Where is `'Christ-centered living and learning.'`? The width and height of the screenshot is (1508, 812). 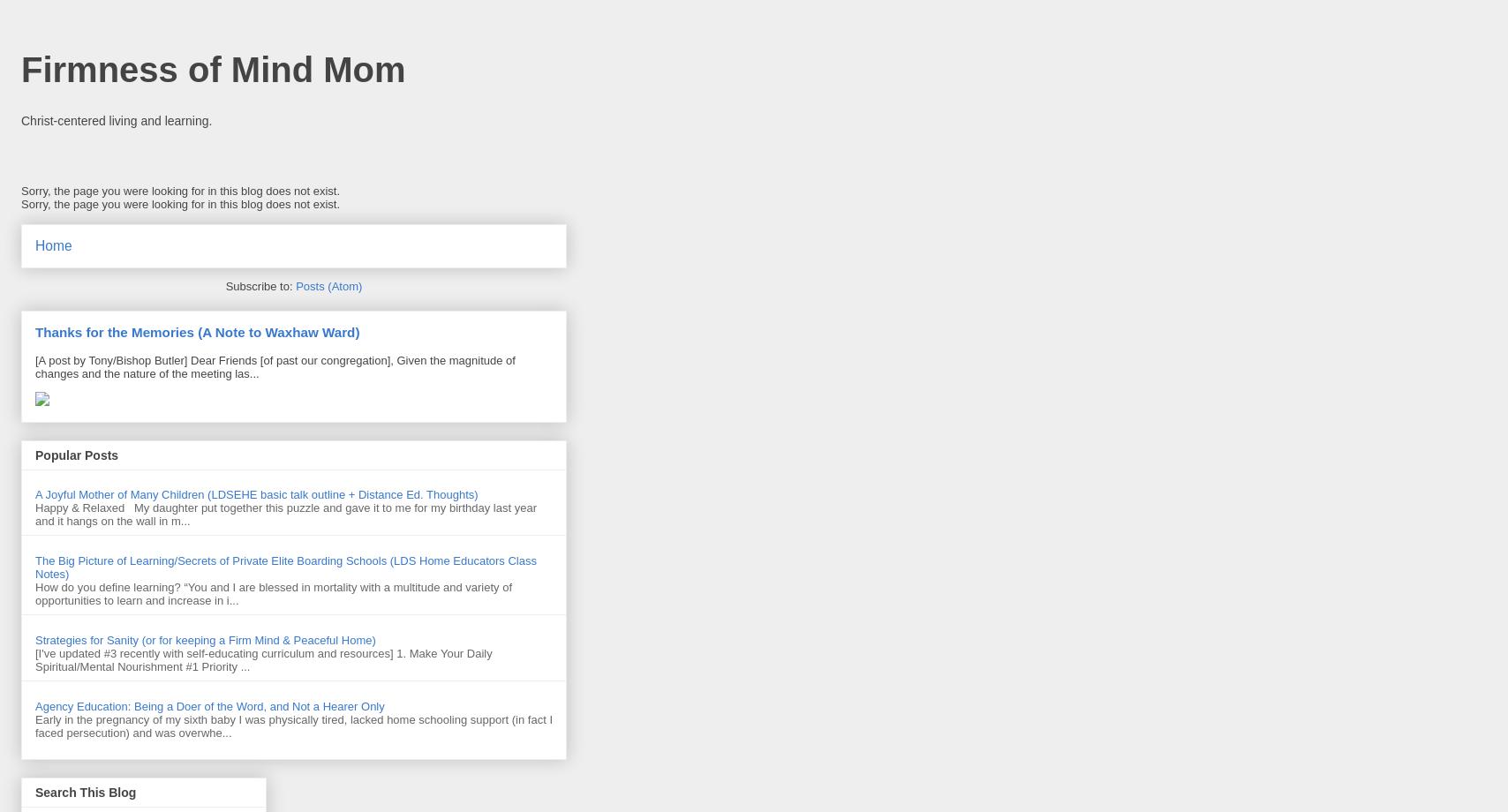 'Christ-centered living and learning.' is located at coordinates (117, 118).